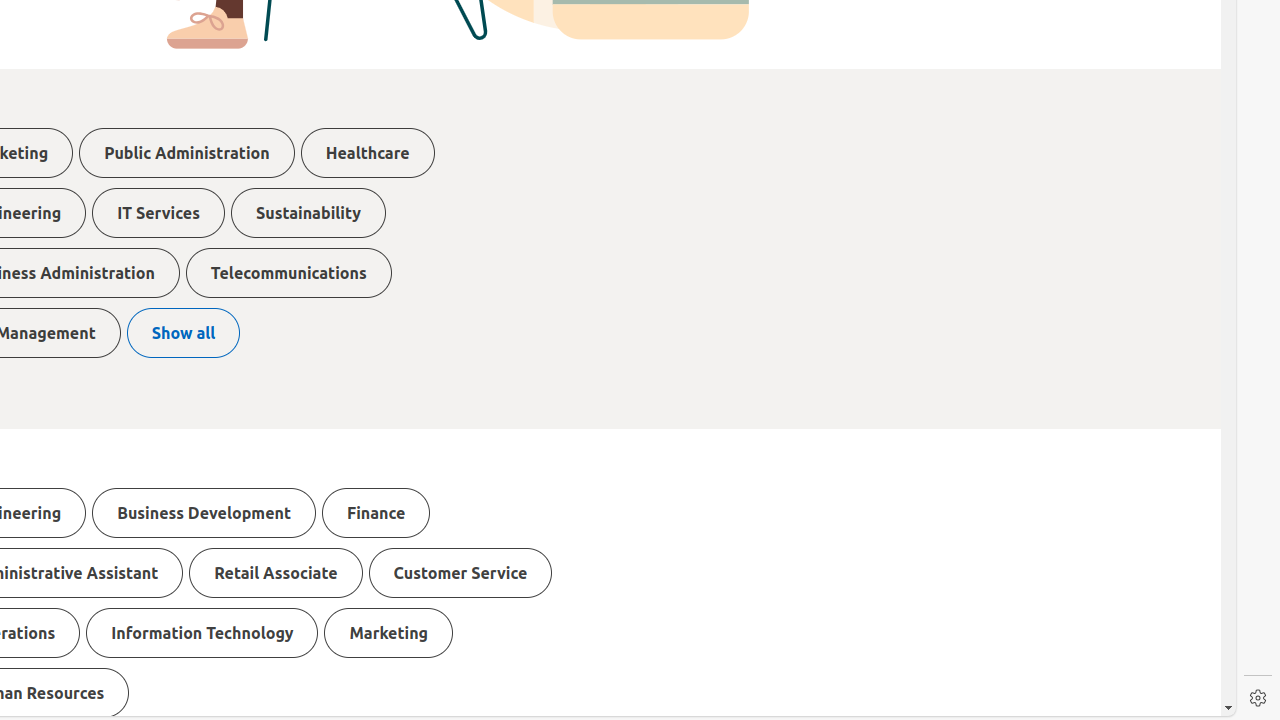 Image resolution: width=1280 pixels, height=720 pixels. I want to click on 'Settings', so click(1256, 696).